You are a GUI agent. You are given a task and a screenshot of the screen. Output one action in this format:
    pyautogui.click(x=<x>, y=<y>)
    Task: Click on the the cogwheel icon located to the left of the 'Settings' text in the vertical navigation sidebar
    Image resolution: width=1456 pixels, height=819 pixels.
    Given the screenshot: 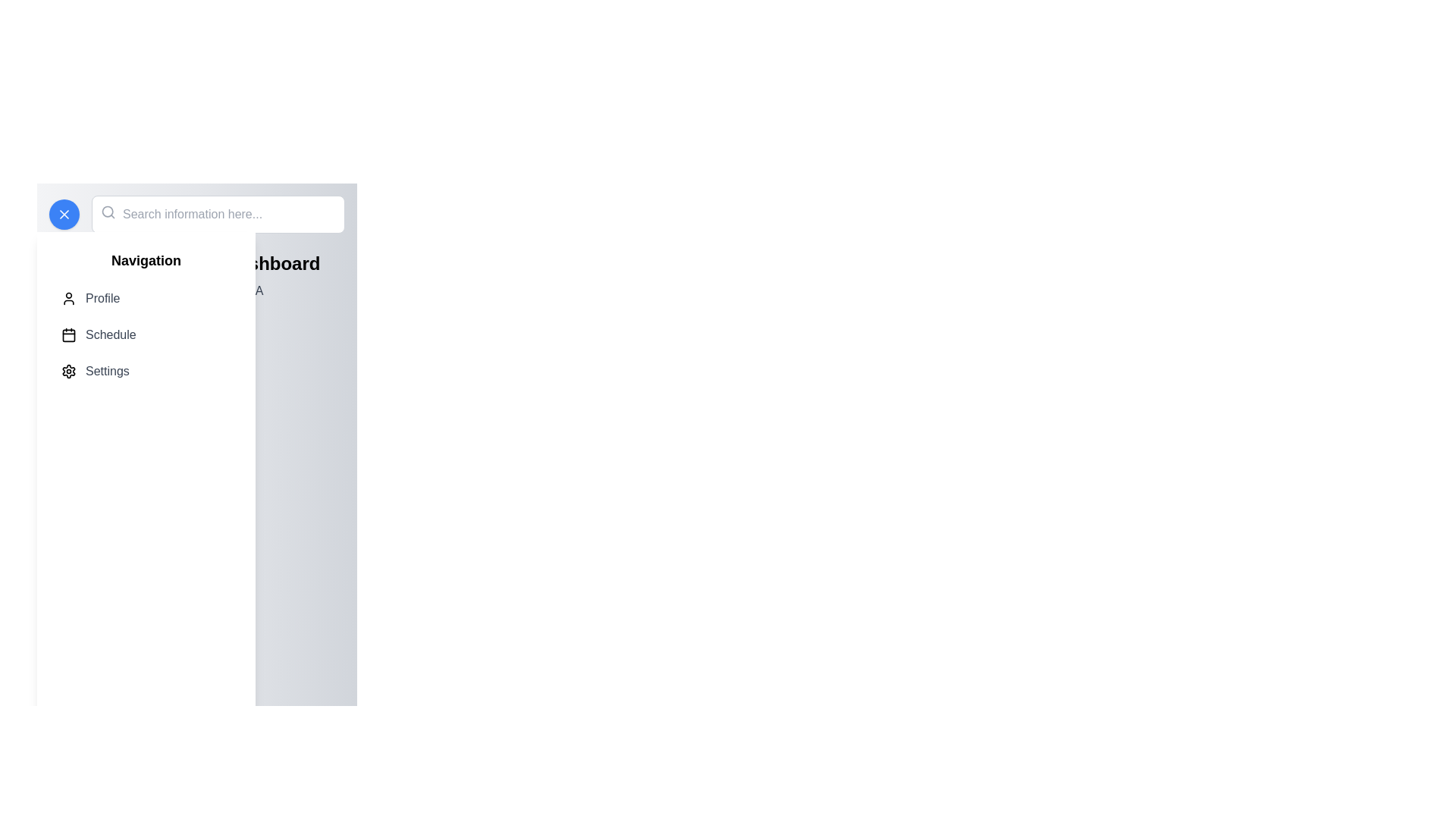 What is the action you would take?
    pyautogui.click(x=68, y=371)
    